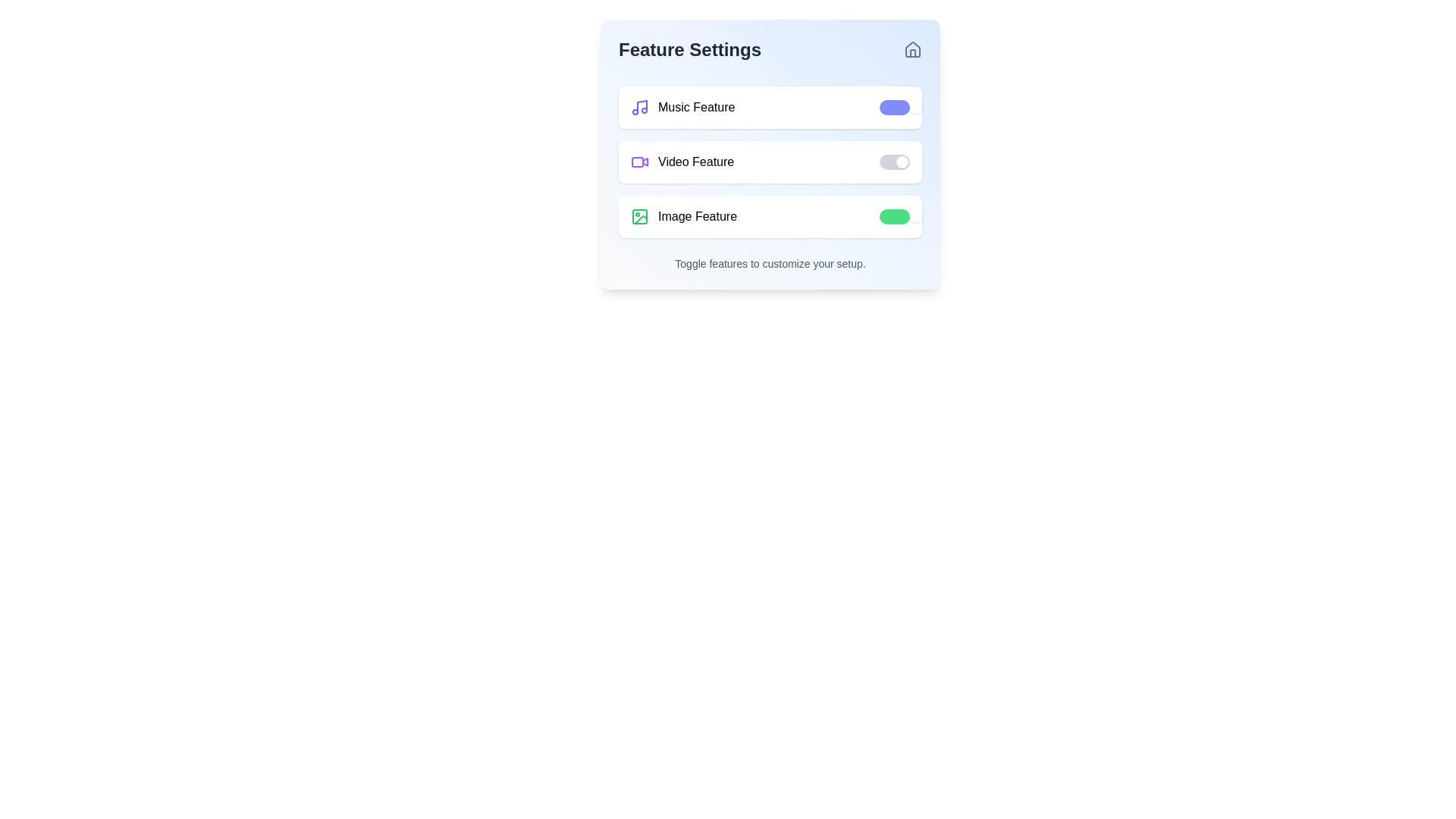  Describe the element at coordinates (895, 216) in the screenshot. I see `the toggle switch located at the far right of the 'Image Feature' row in the settings section to switch it OFF` at that location.